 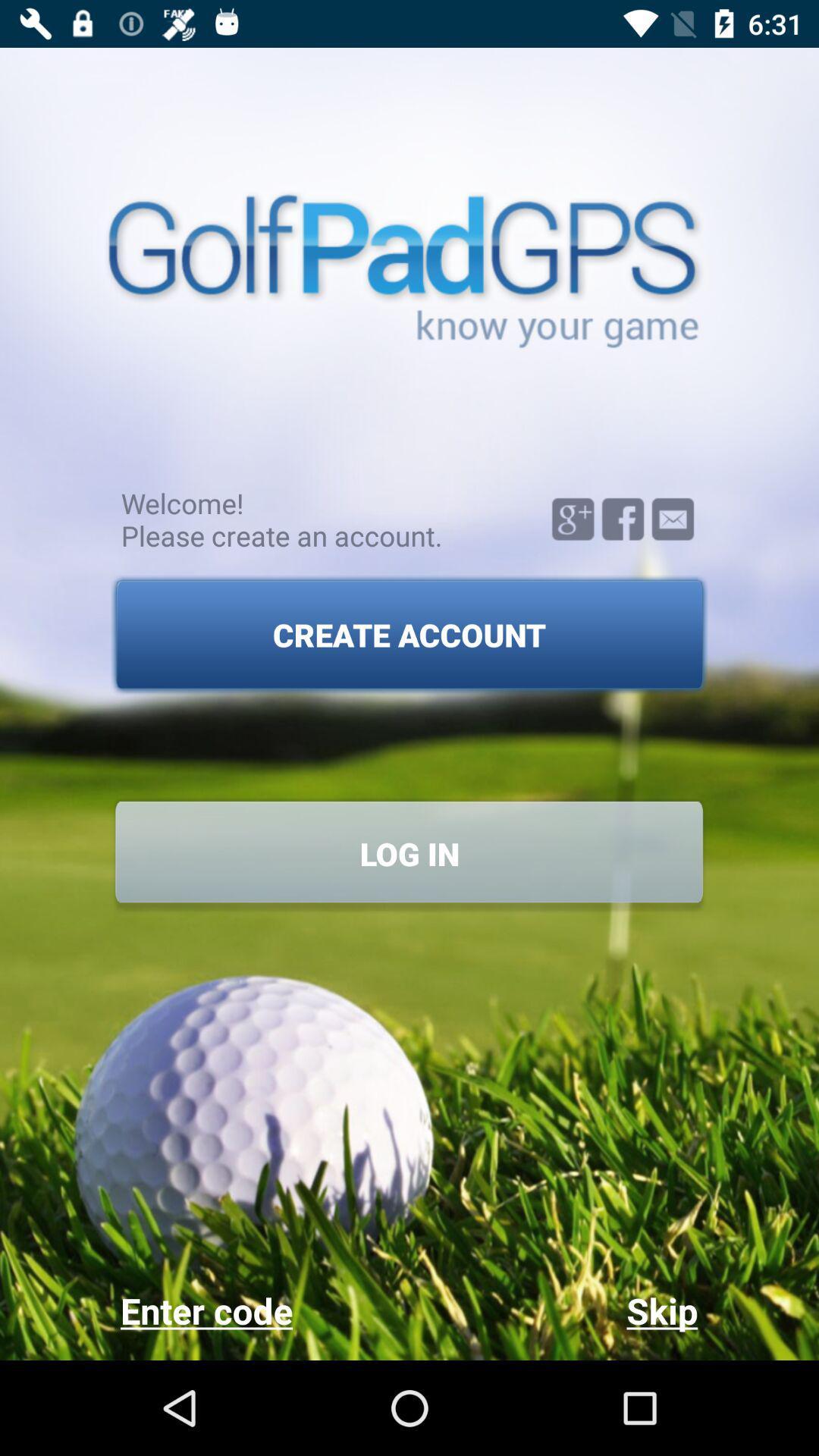 I want to click on icon at the bottom left corner, so click(x=264, y=1310).